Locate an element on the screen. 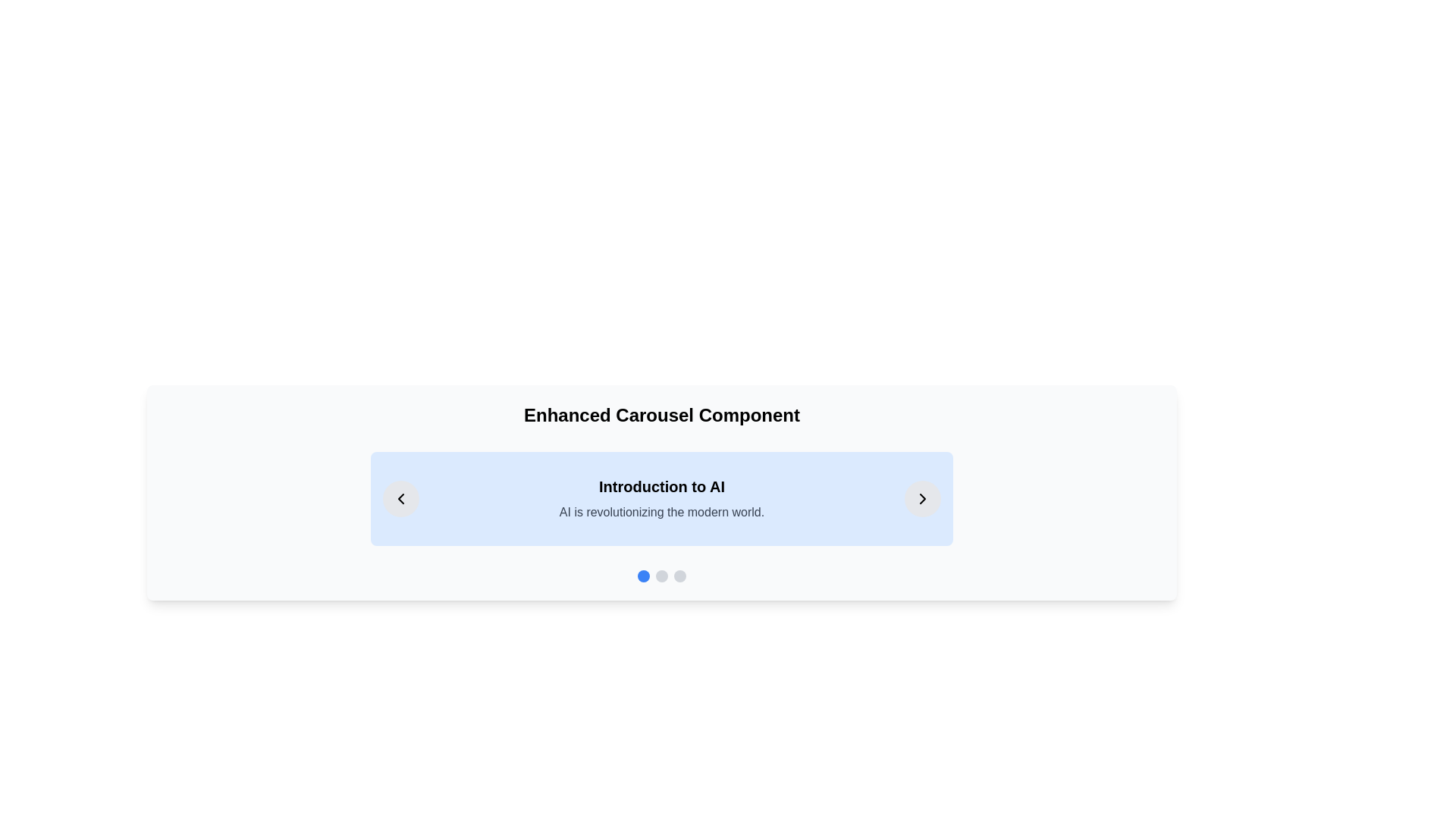  the first blue Navigation indicator dot located below the carousel is located at coordinates (644, 576).